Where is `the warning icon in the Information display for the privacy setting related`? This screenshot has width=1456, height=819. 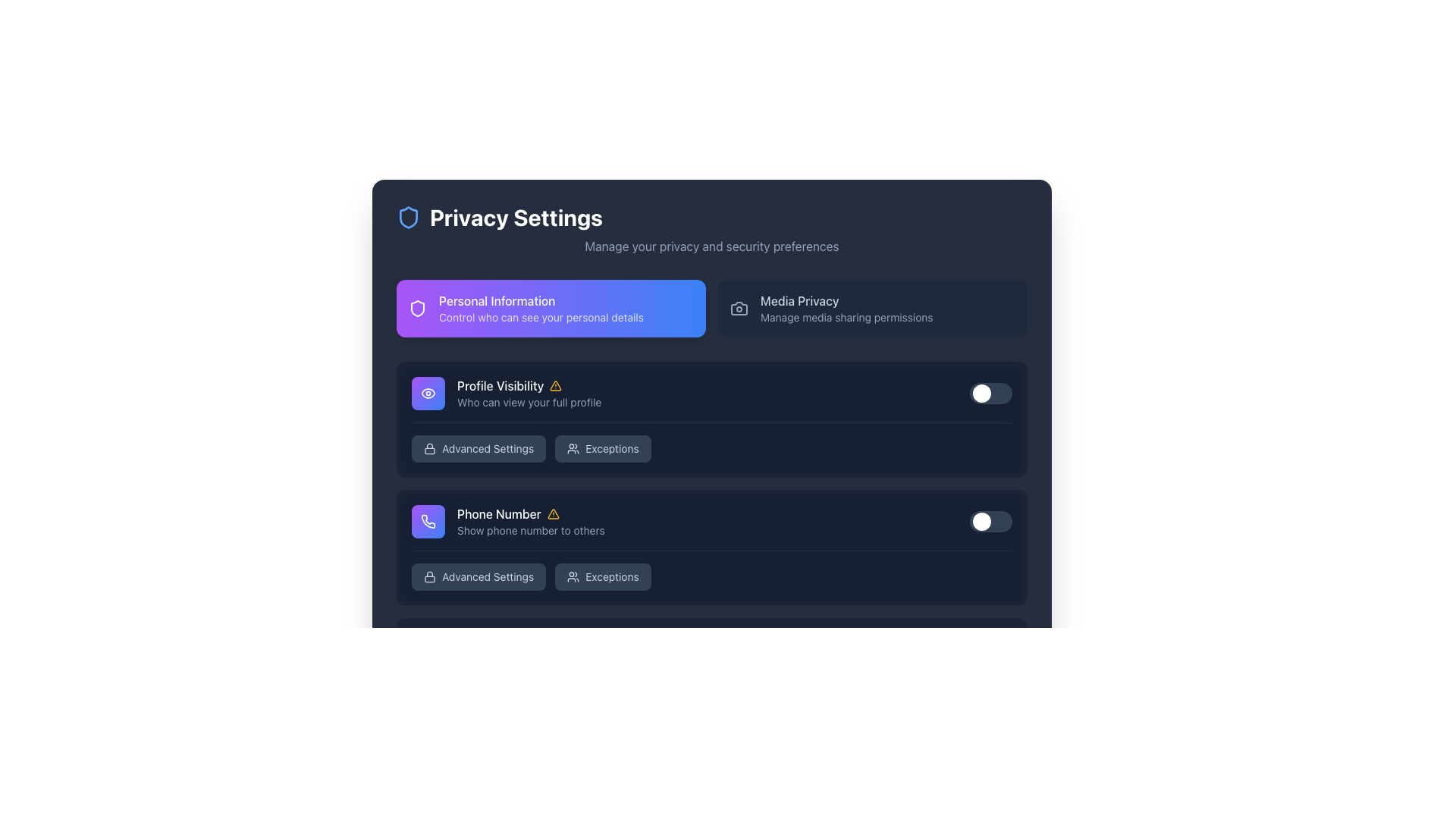 the warning icon in the Information display for the privacy setting related is located at coordinates (508, 520).